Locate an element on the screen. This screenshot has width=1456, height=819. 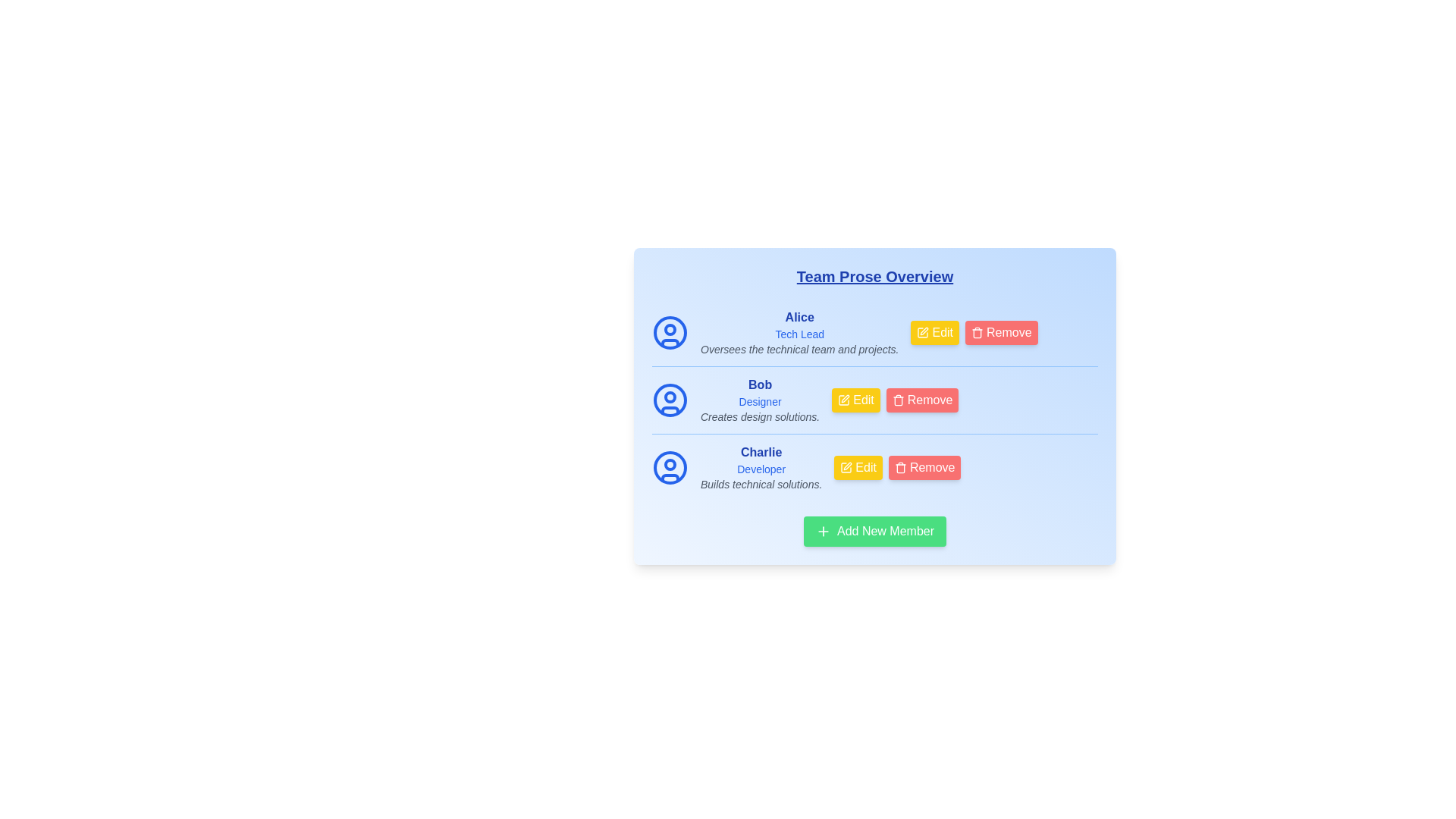
the small red circular detail within Alice's user icon in the Team Prose Overview is located at coordinates (669, 329).